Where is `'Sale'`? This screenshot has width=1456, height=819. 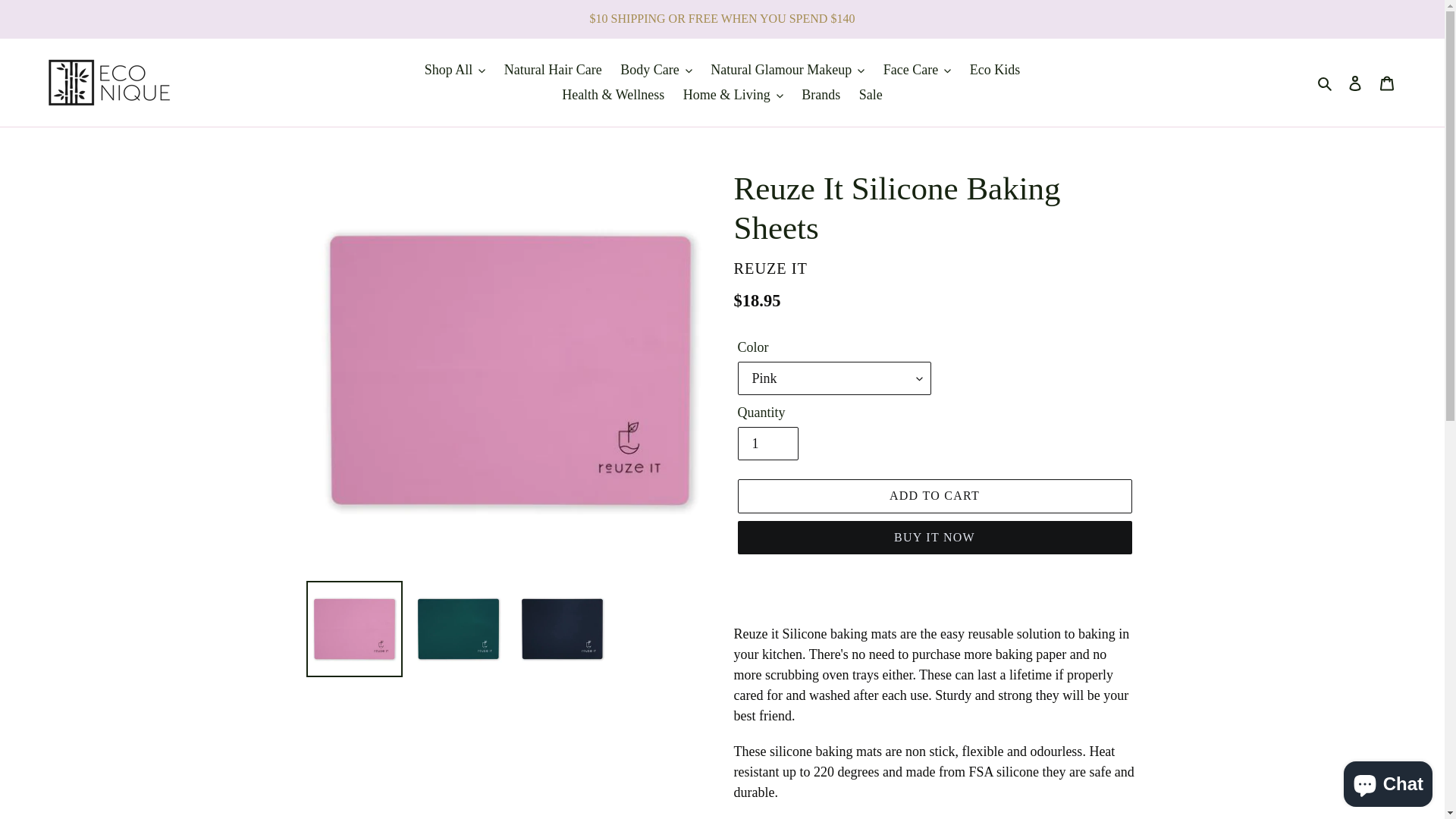
'Sale' is located at coordinates (871, 95).